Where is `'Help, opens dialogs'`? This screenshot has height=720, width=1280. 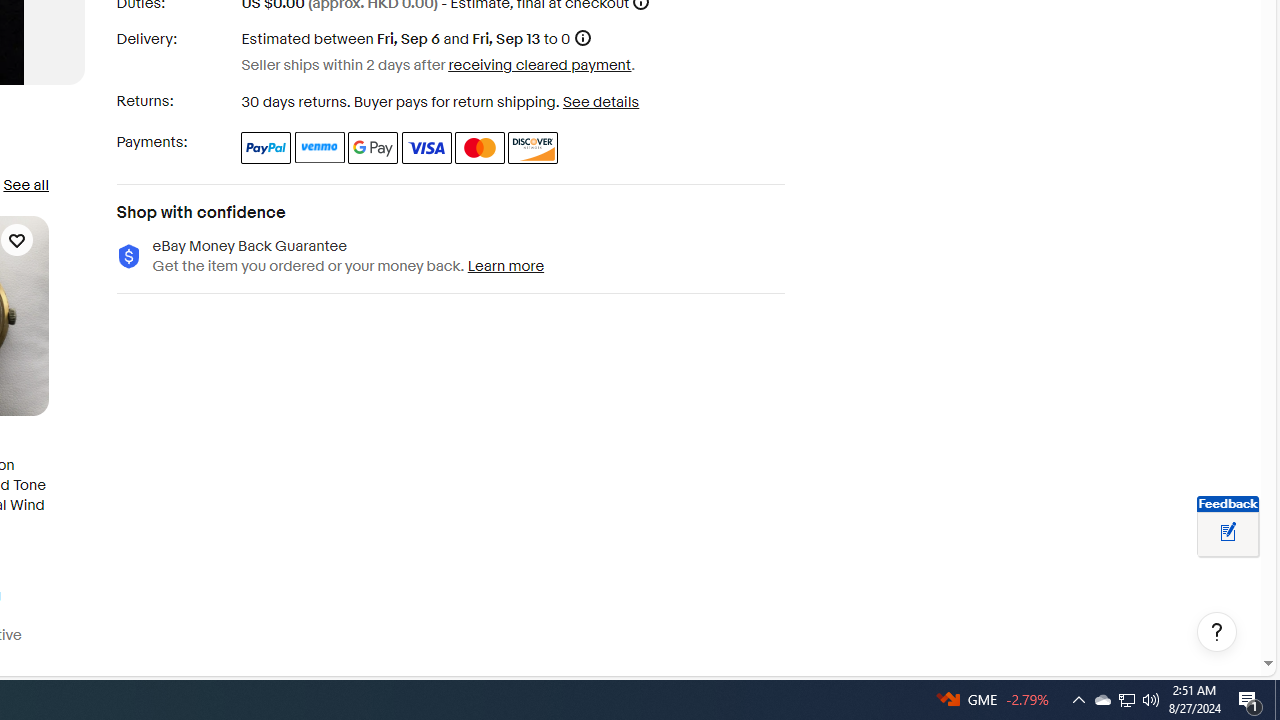
'Help, opens dialogs' is located at coordinates (1216, 632).